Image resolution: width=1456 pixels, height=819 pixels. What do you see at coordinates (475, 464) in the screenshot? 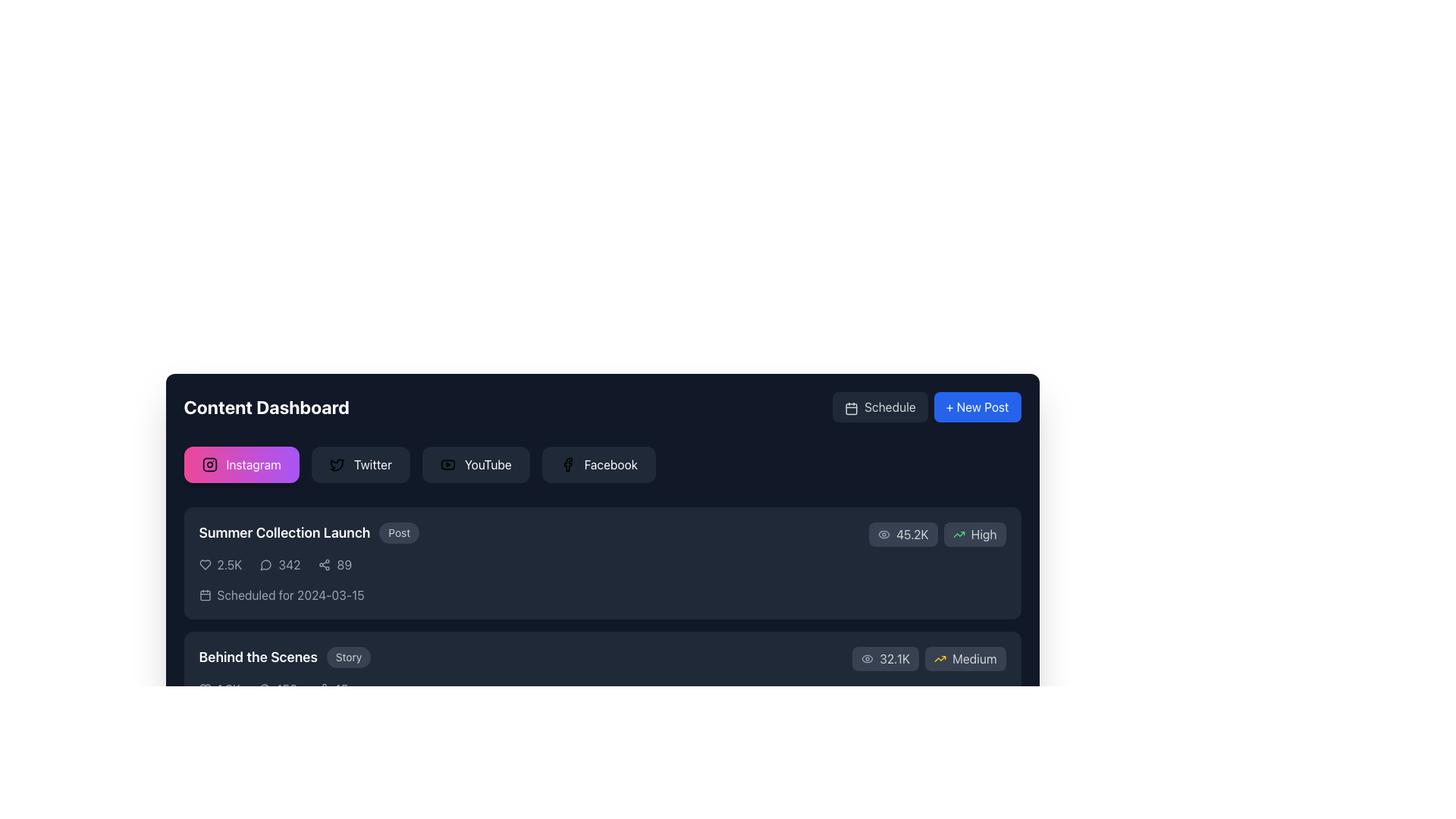
I see `the YouTube button, which is the third button in a horizontal row of four buttons` at bounding box center [475, 464].